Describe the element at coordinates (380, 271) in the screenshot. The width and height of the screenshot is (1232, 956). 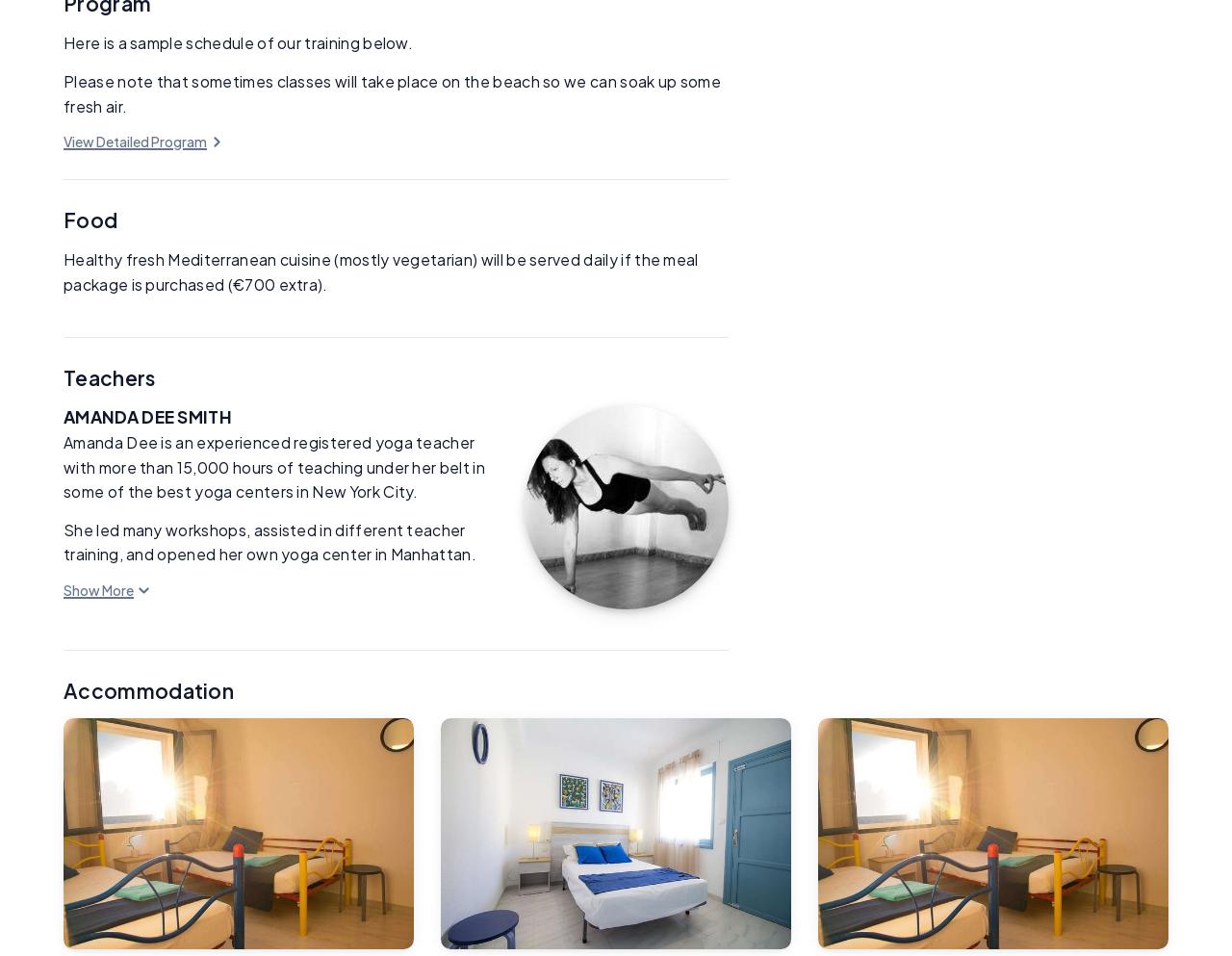
I see `'Healthy fresh Mediterranean cuisine (mostly vegetarian) will be served daily if the meal package is purchased (€700 extra).'` at that location.